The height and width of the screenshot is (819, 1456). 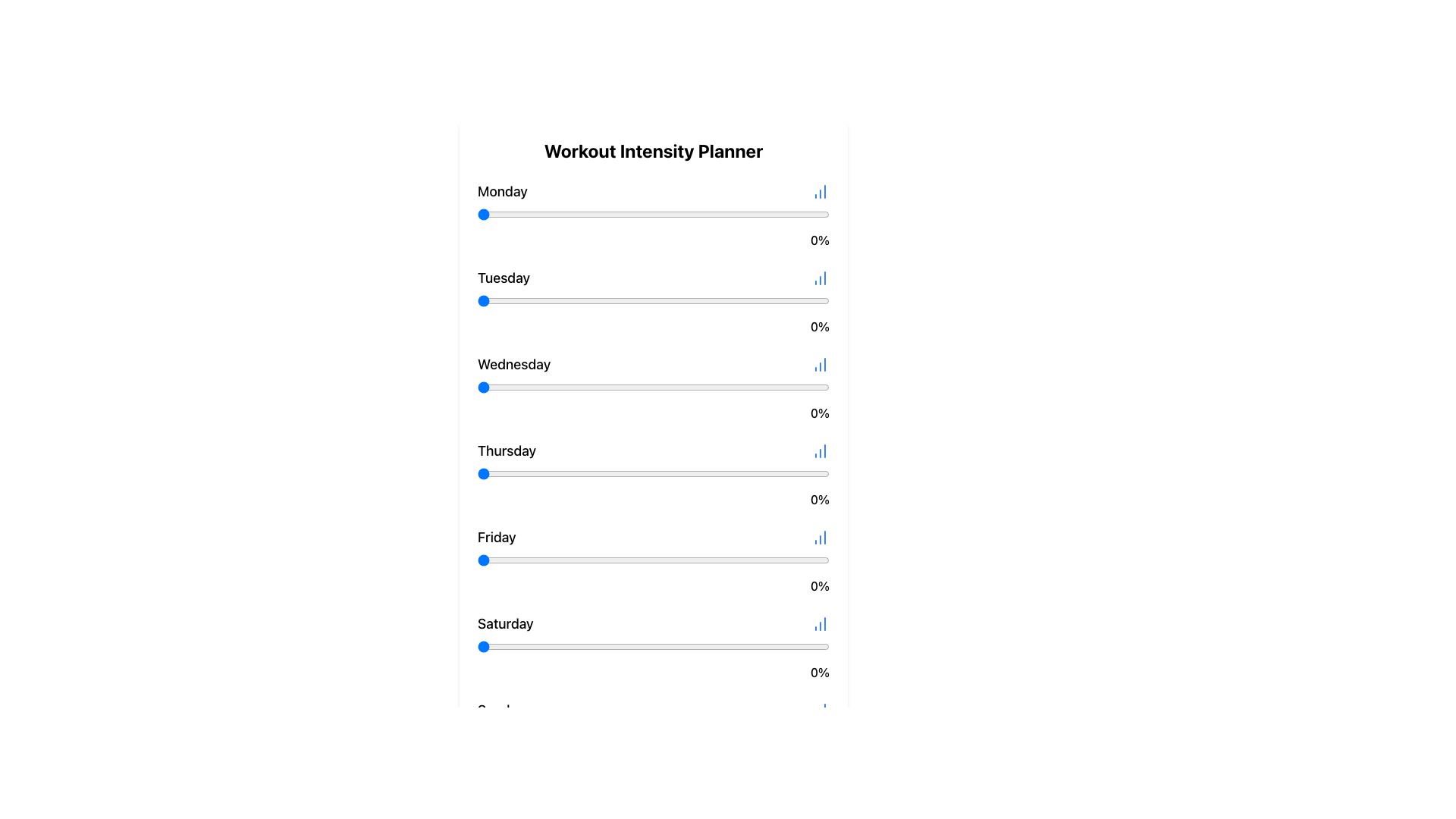 I want to click on the blue handle of the horizontal slider located below the text 'Saturday' and above the percentage indicator '0%', so click(x=654, y=646).